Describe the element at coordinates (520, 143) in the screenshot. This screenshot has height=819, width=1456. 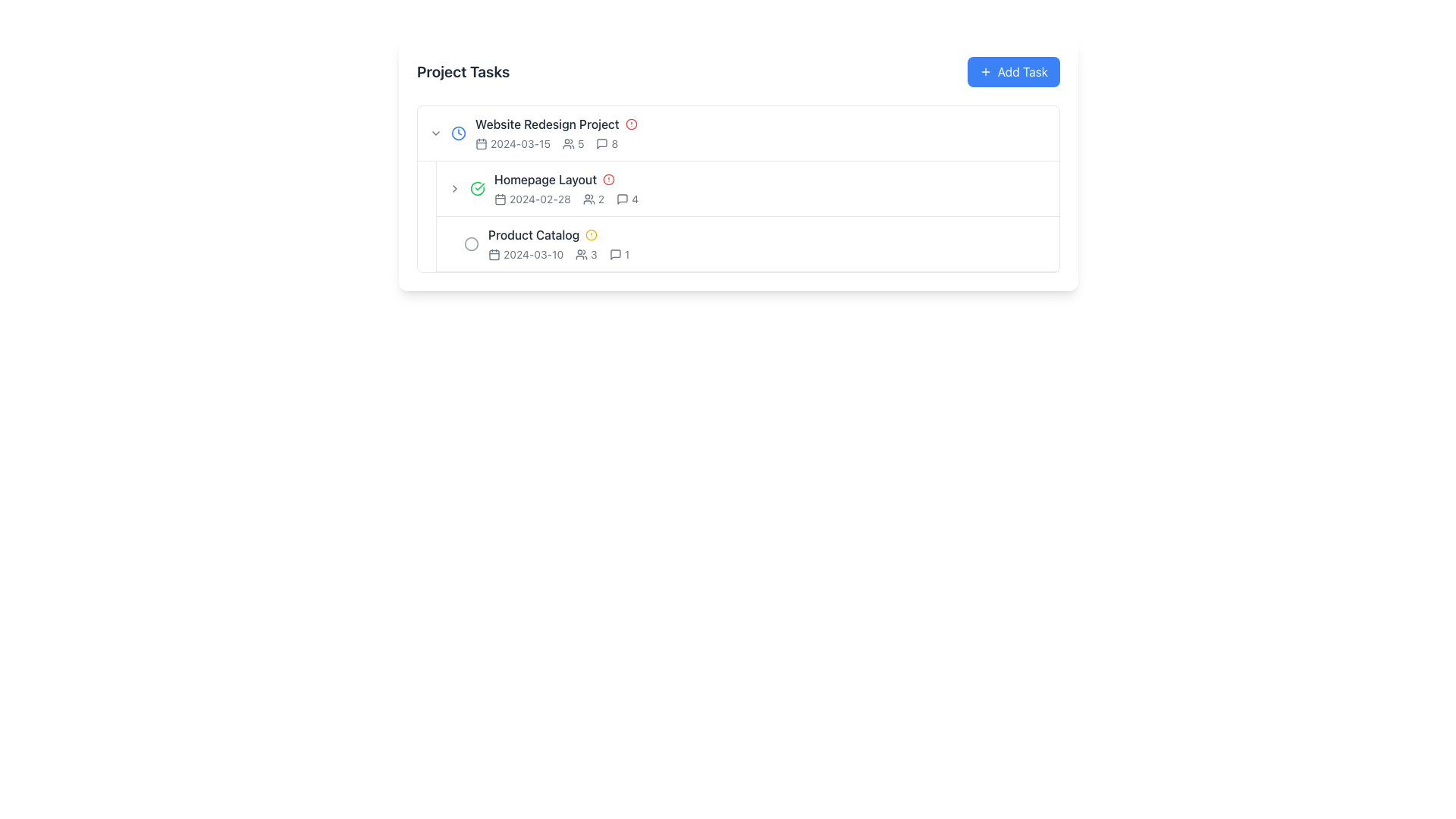
I see `the static text element displaying the due date '2024-03-15' for the 'Website Redesign Project' task entry, which is positioned to the right of the calendar icon` at that location.